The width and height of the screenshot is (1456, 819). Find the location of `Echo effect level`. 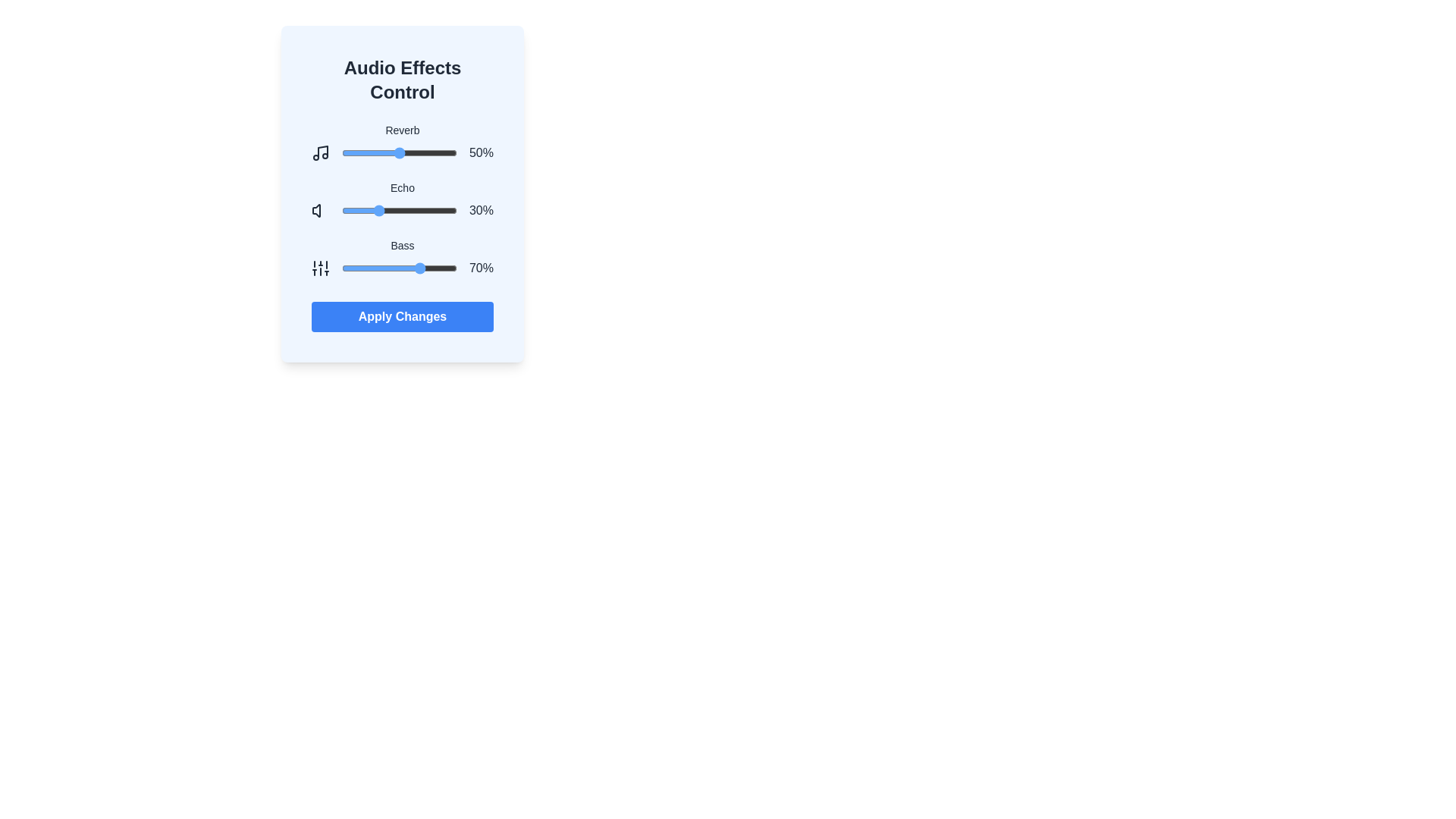

Echo effect level is located at coordinates (365, 210).